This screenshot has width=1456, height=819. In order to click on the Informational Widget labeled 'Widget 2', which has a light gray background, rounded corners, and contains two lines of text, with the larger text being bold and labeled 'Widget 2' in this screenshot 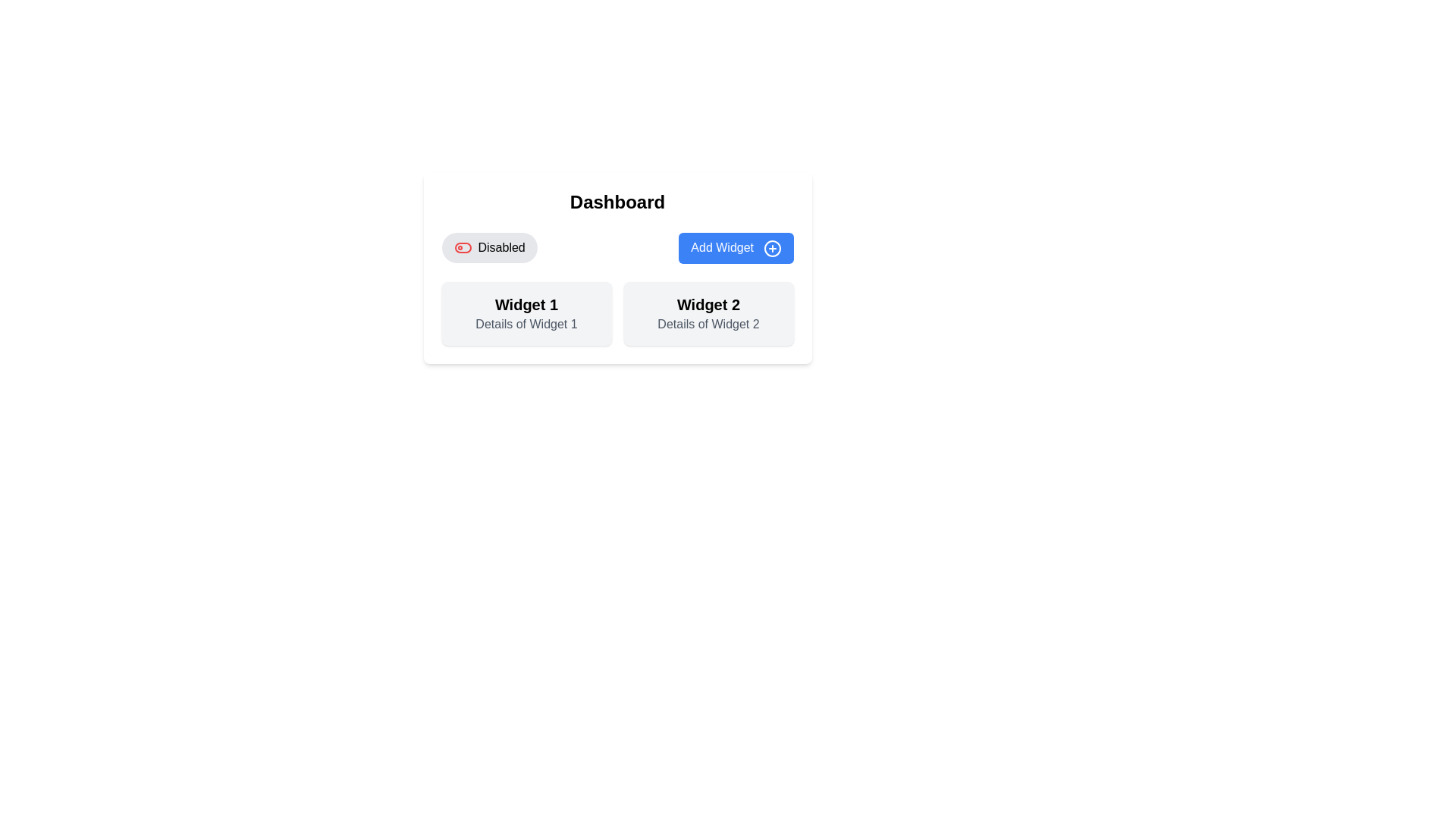, I will do `click(708, 312)`.